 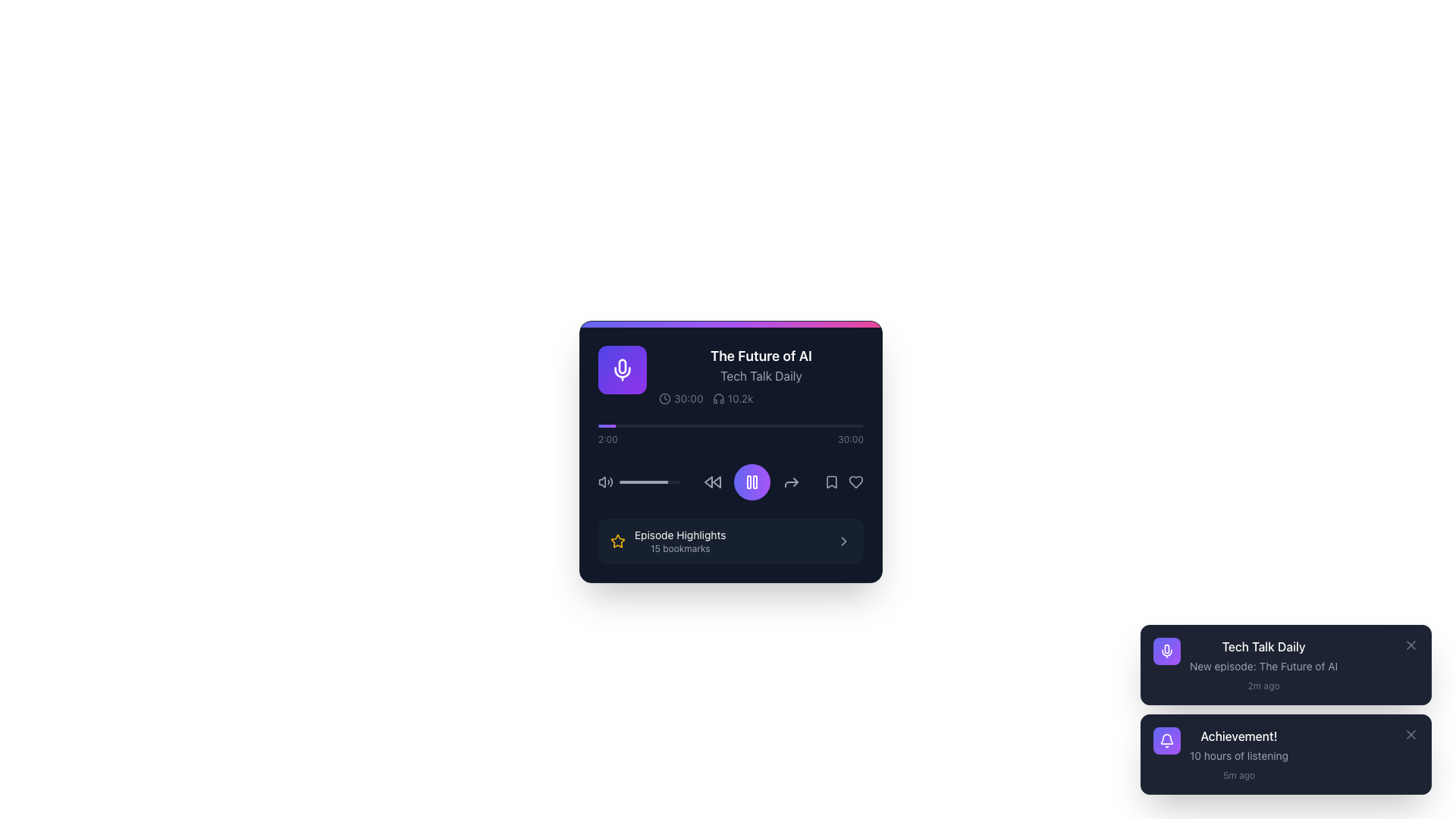 I want to click on the right vertical bar of the purple pause icon located in the central control area of the media player interface, so click(x=755, y=482).